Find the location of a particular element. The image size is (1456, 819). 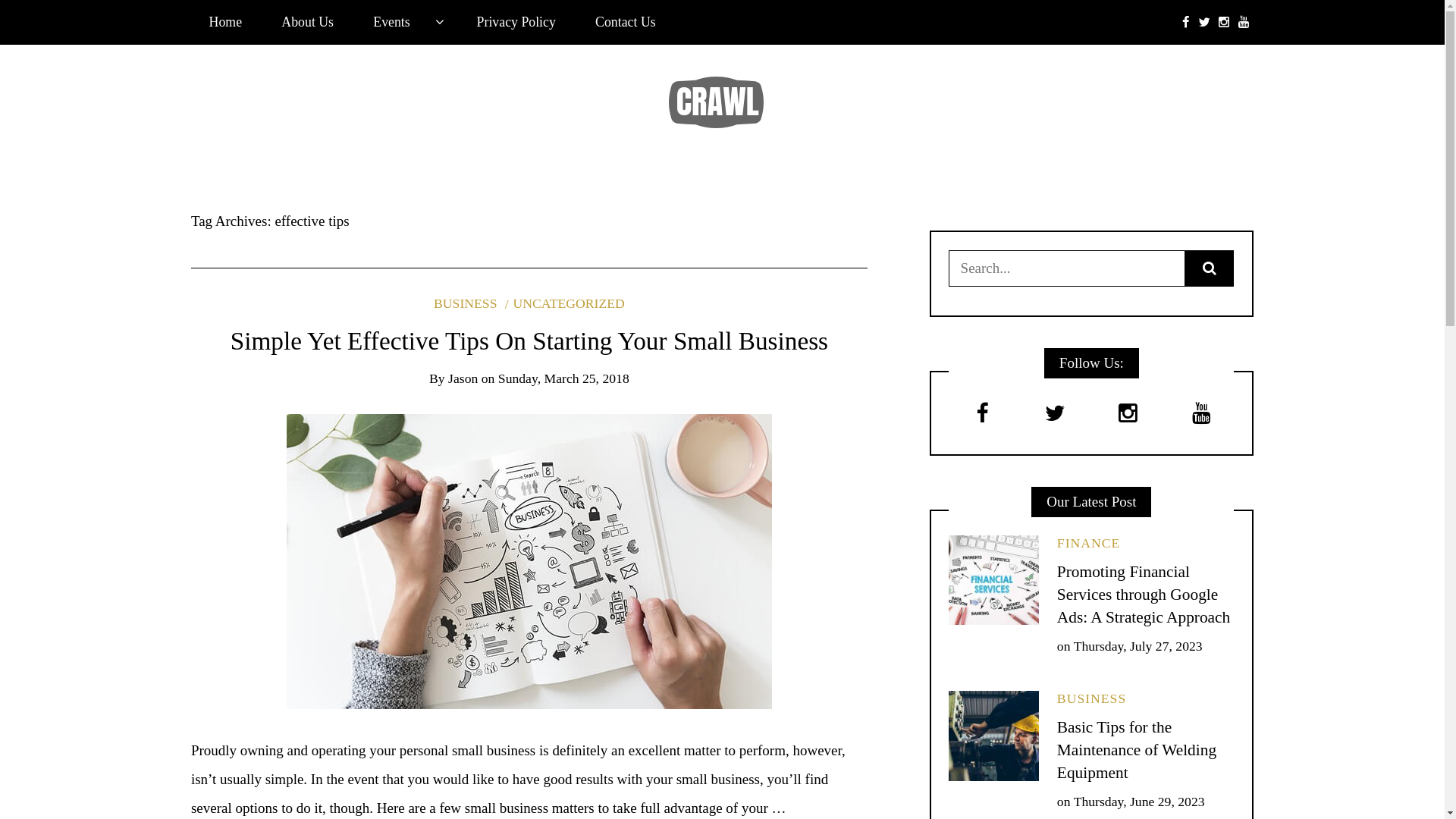

'Events' is located at coordinates (355, 22).